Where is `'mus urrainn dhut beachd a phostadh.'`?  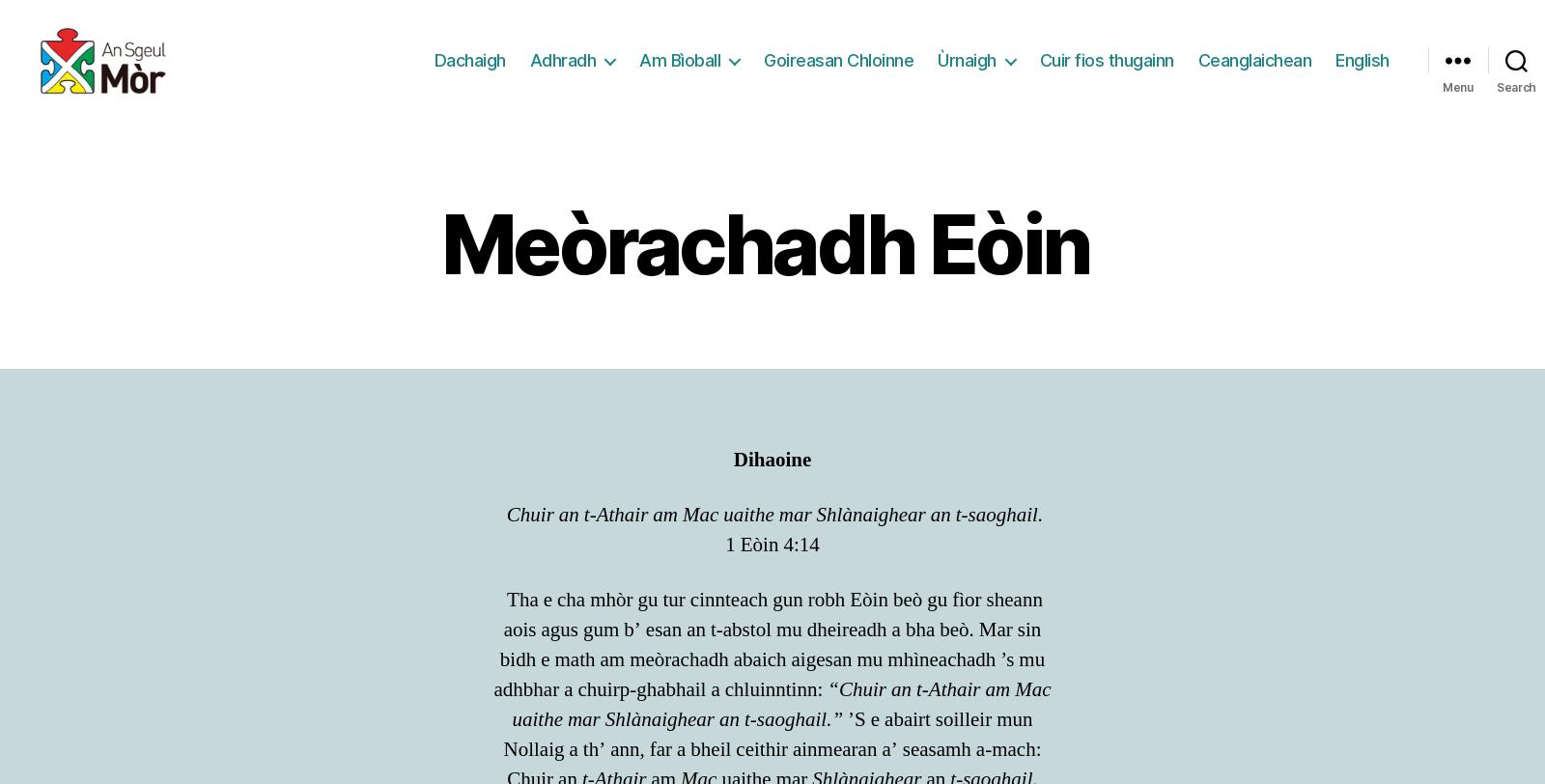 'mus urrainn dhut beachd a phostadh.' is located at coordinates (864, 587).